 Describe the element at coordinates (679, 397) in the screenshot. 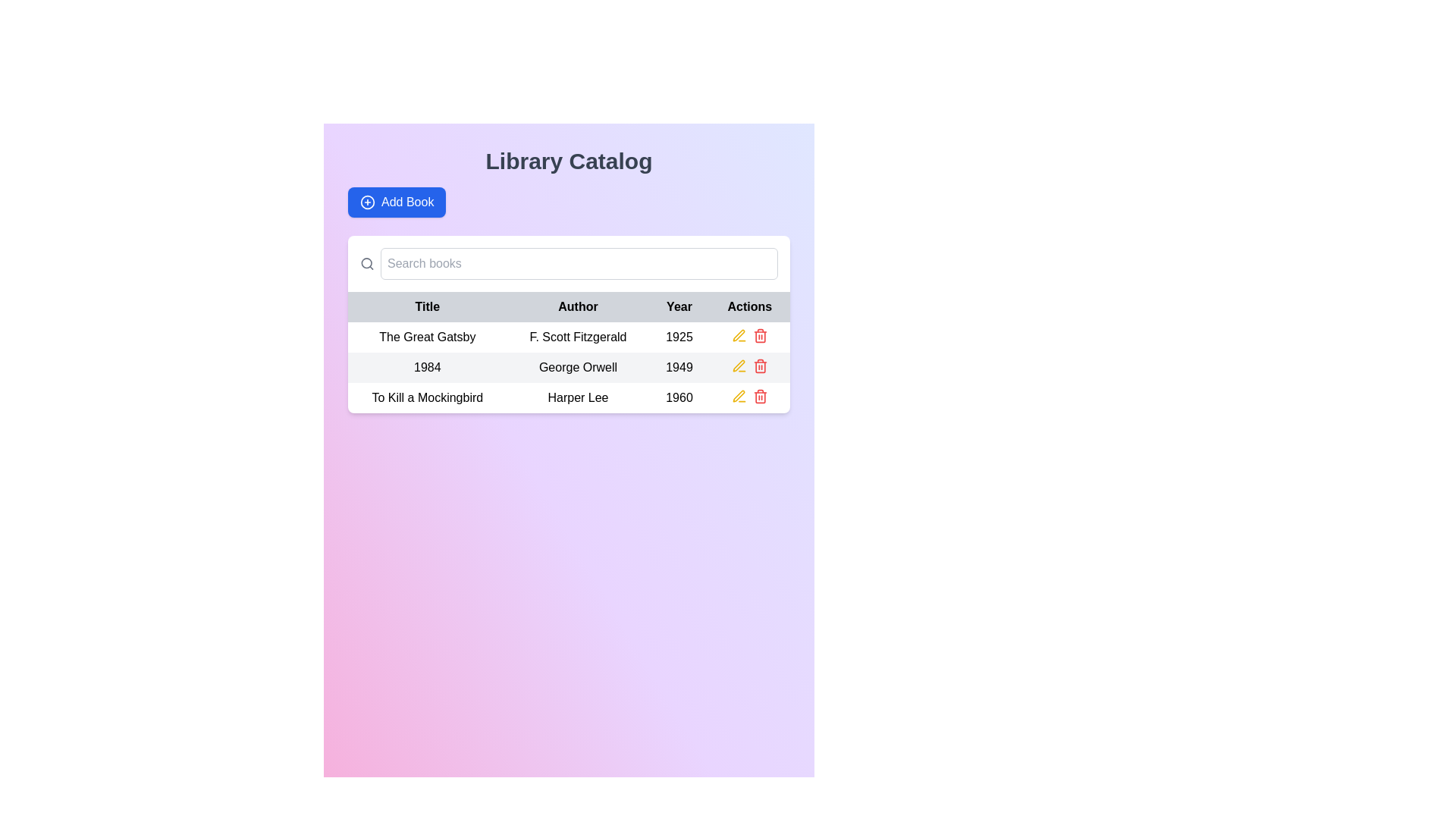

I see `the static text displaying the year associated with the book 'To Kill a Mockingbird' in the third row and third column of the table under the 'Year' column` at that location.